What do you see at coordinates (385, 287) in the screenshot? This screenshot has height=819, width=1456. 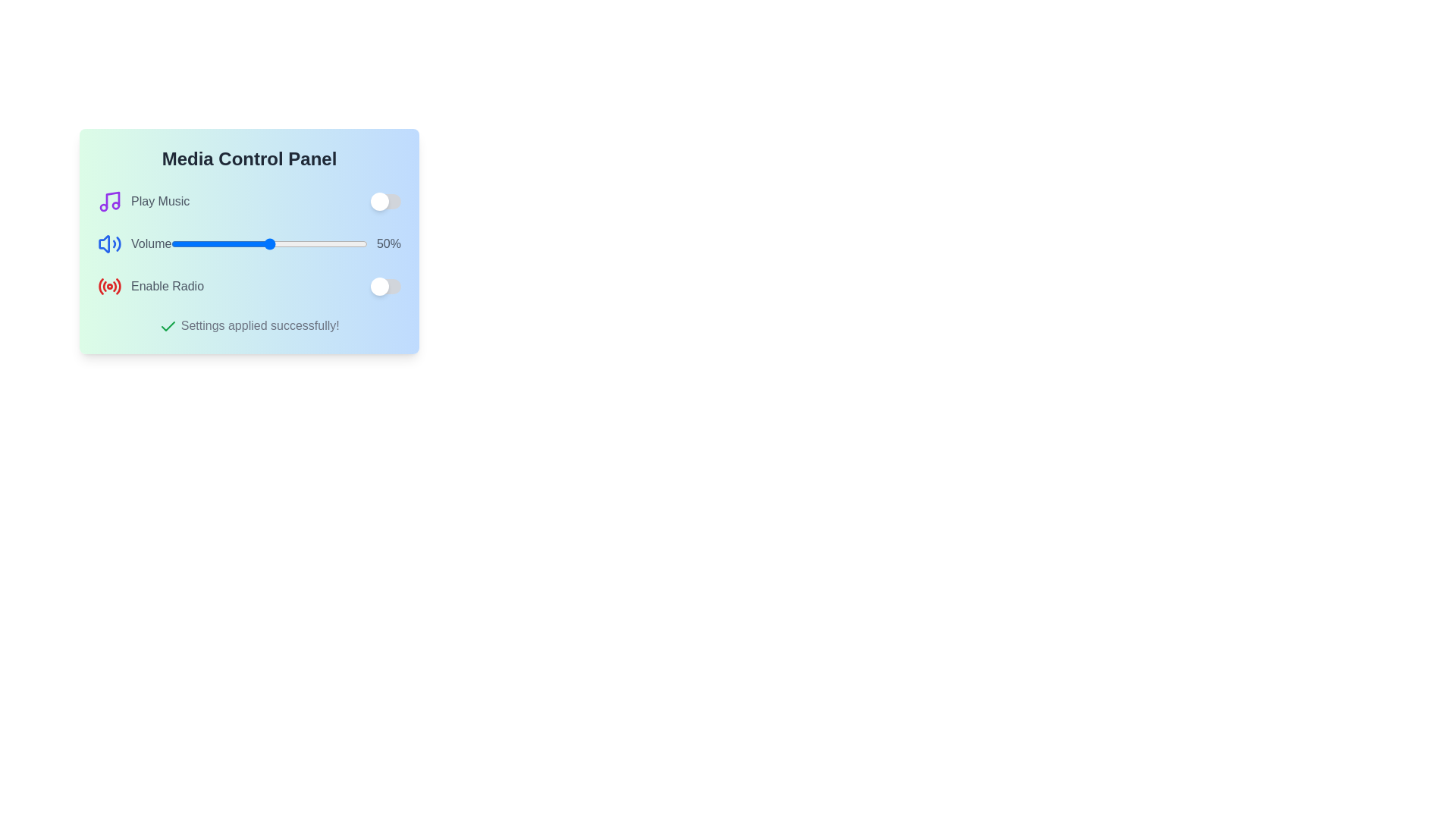 I see `the toggle switch located in the control panel interface under the 'Enable Radio' option to change its state between active and inactive` at bounding box center [385, 287].